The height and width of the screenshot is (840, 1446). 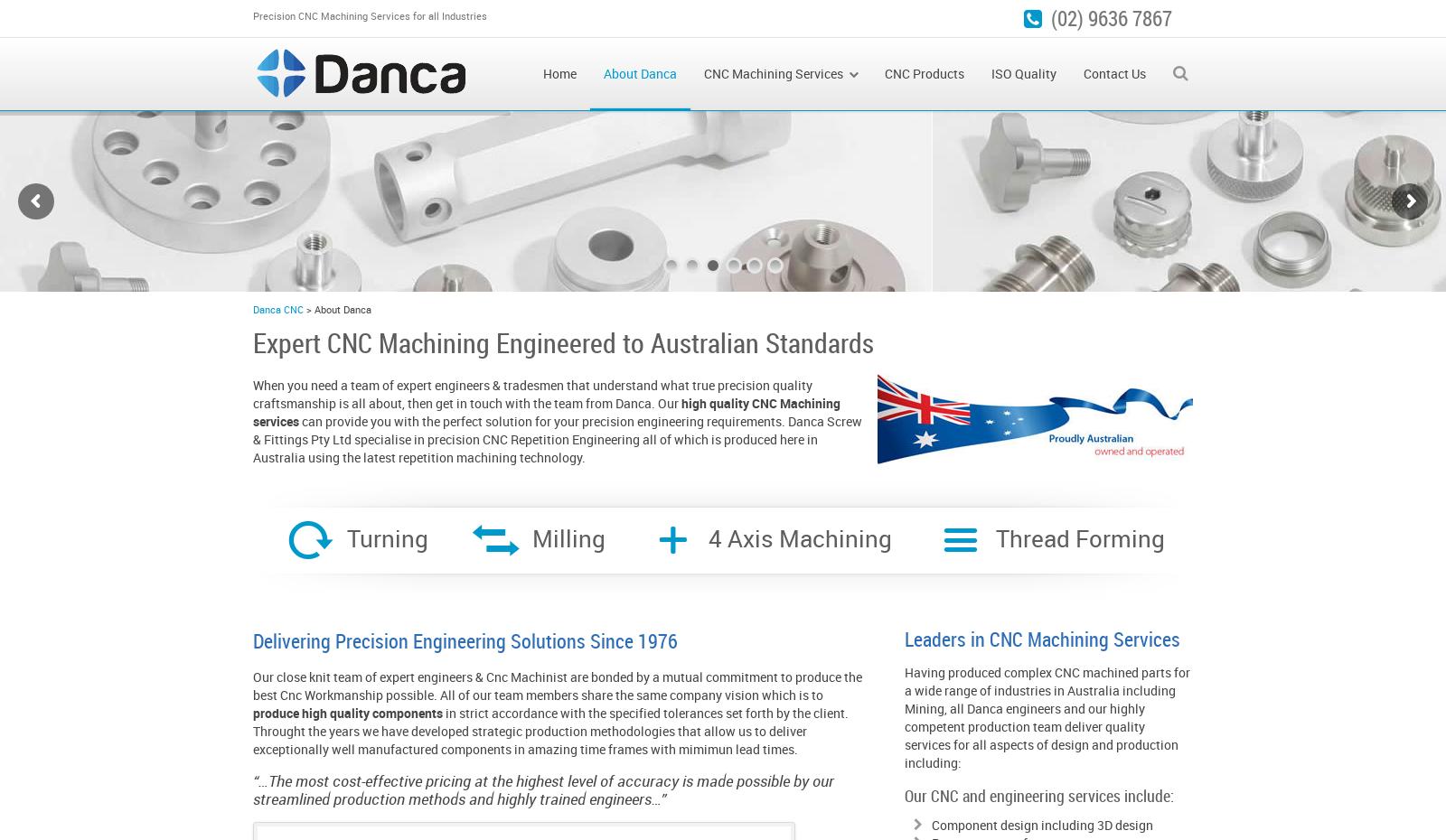 What do you see at coordinates (563, 341) in the screenshot?
I see `'Expert CNC Machining Engineered to Australian Standards'` at bounding box center [563, 341].